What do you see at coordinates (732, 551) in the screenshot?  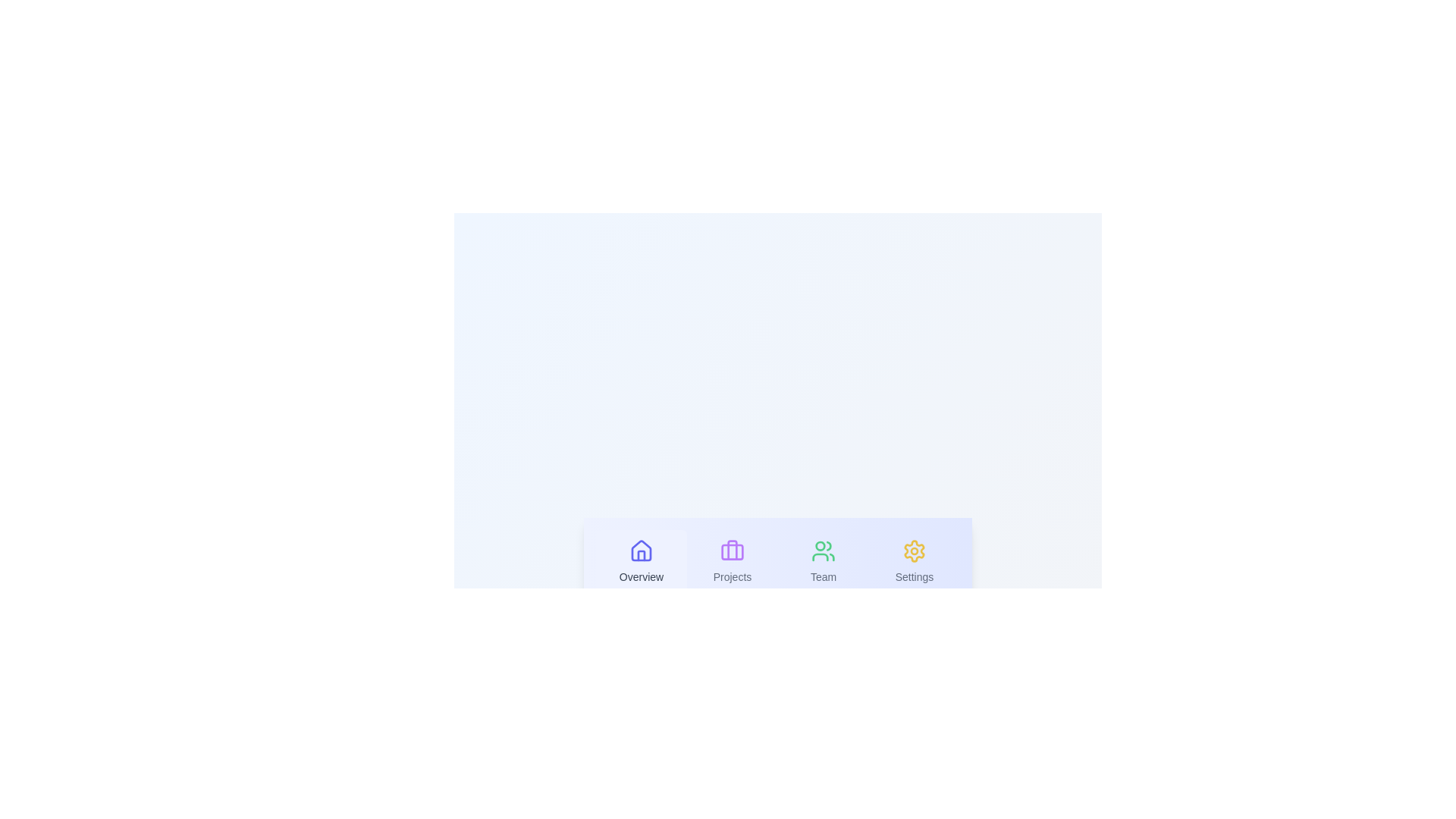 I see `the icon of the Projects tab` at bounding box center [732, 551].